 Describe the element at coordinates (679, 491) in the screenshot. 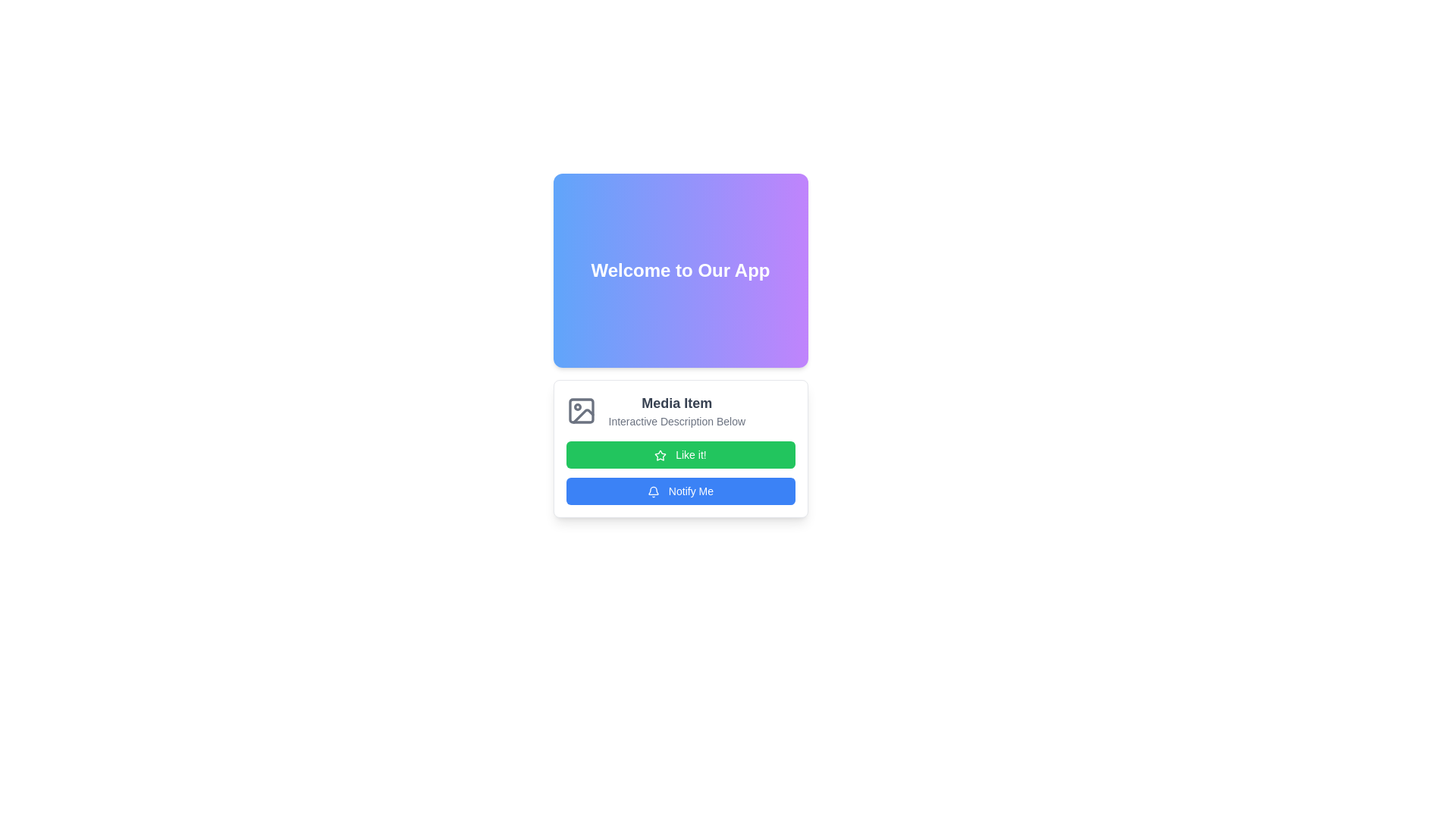

I see `the notification subscription button located below the 'Like it!' button in the vertical group of buttons under the media card to activate its hover state` at that location.